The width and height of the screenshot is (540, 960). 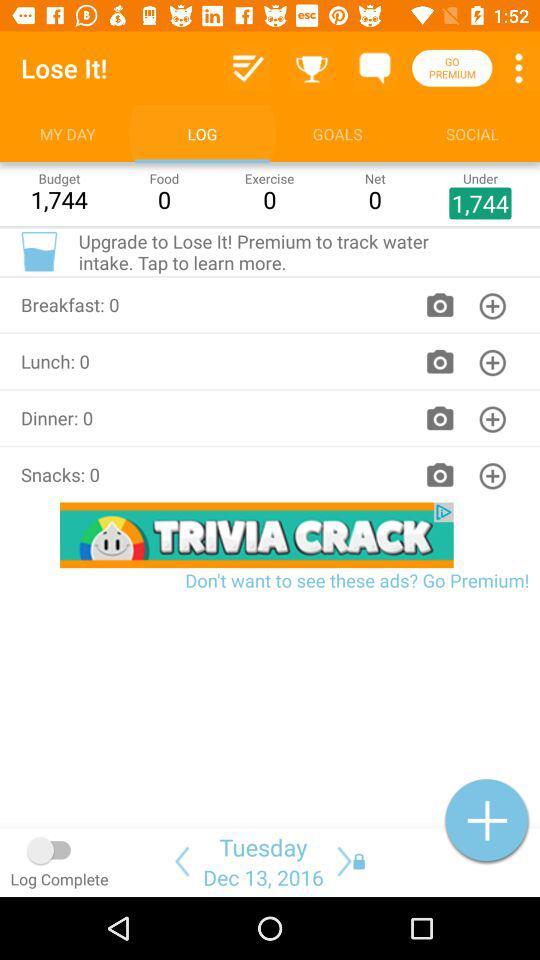 I want to click on icon in fourth row, so click(x=492, y=475).